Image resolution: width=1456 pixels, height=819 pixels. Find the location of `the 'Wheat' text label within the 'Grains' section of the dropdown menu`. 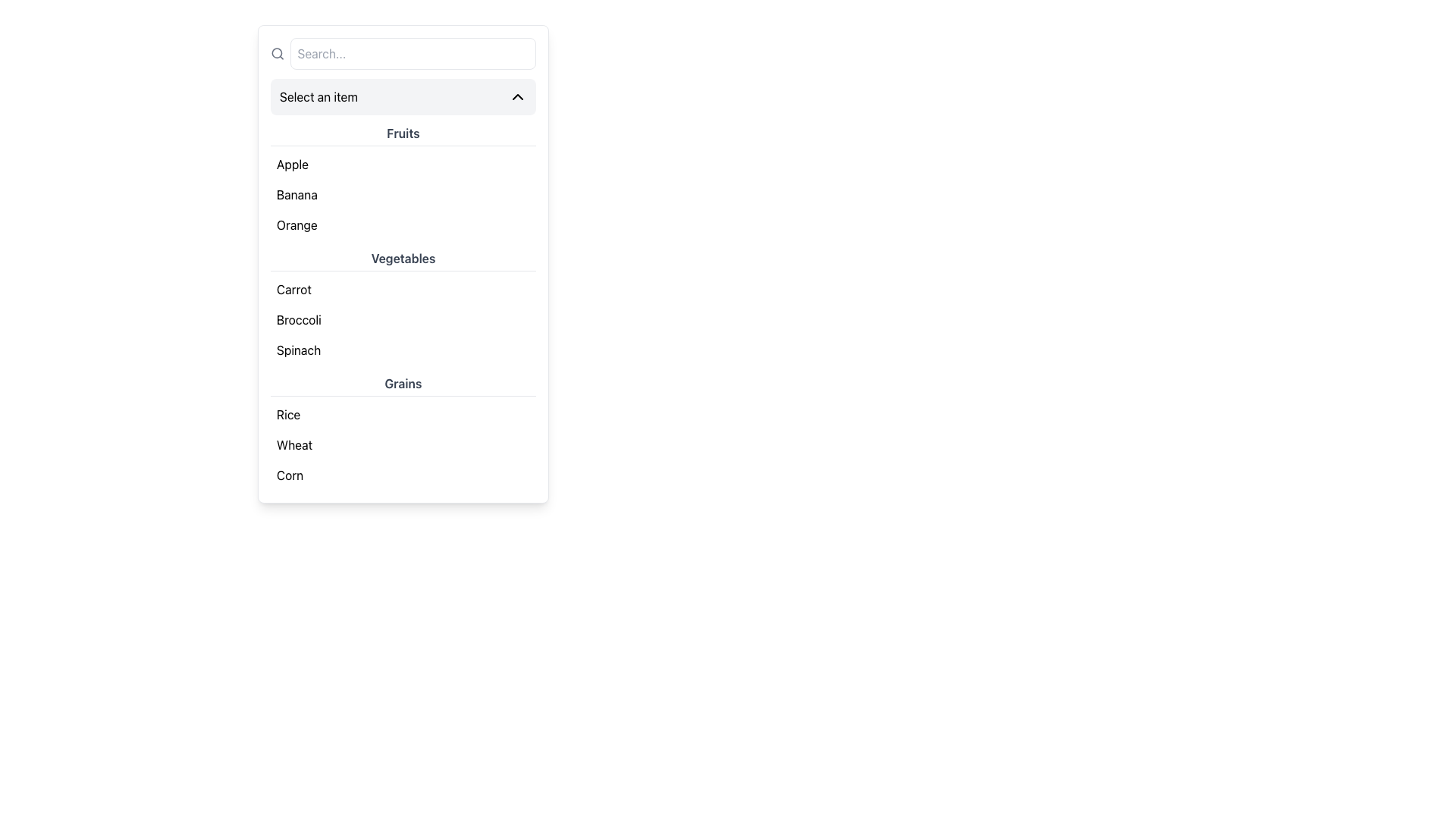

the 'Wheat' text label within the 'Grains' section of the dropdown menu is located at coordinates (294, 444).